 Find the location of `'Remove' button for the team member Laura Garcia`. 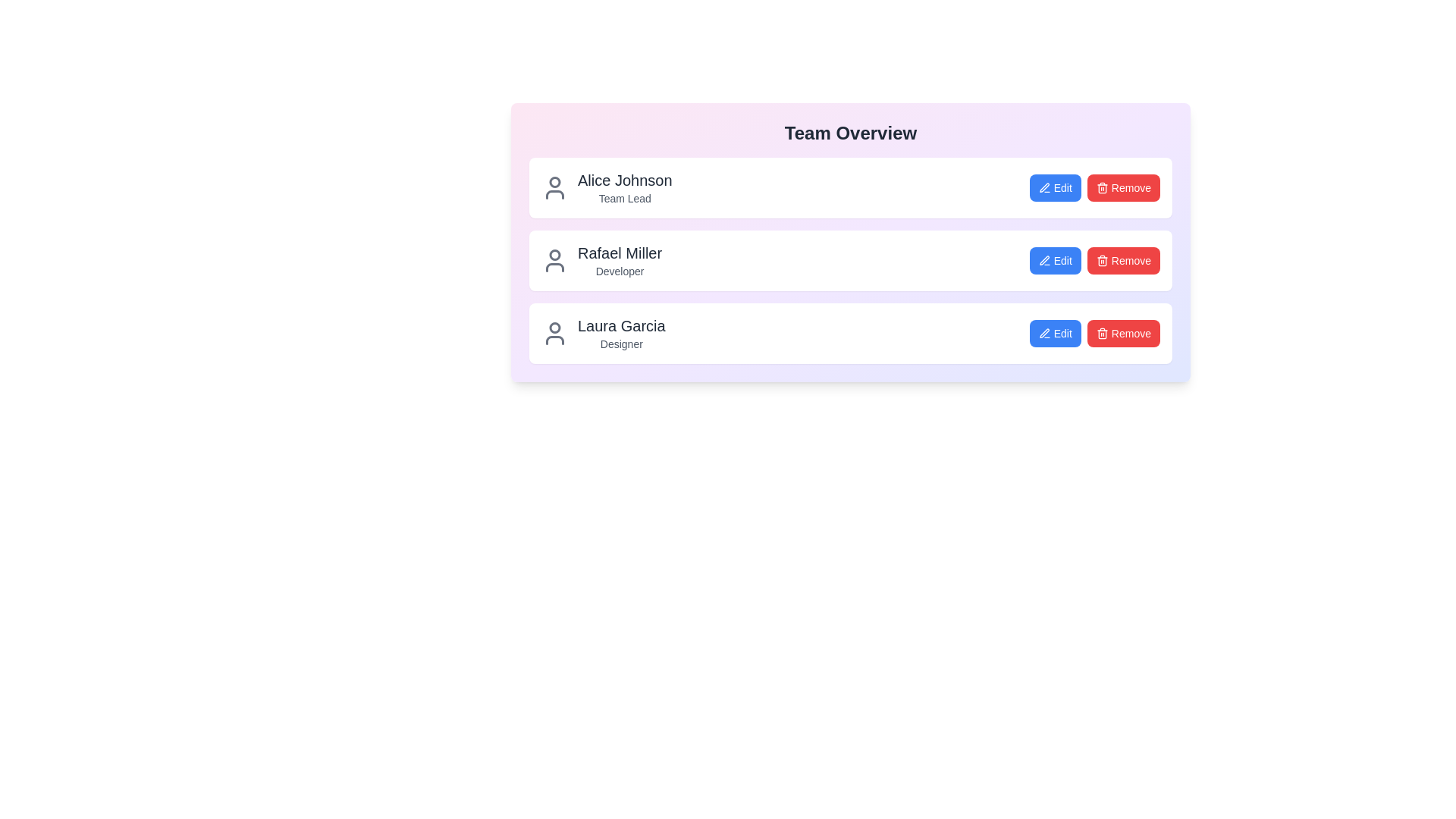

'Remove' button for the team member Laura Garcia is located at coordinates (1123, 332).